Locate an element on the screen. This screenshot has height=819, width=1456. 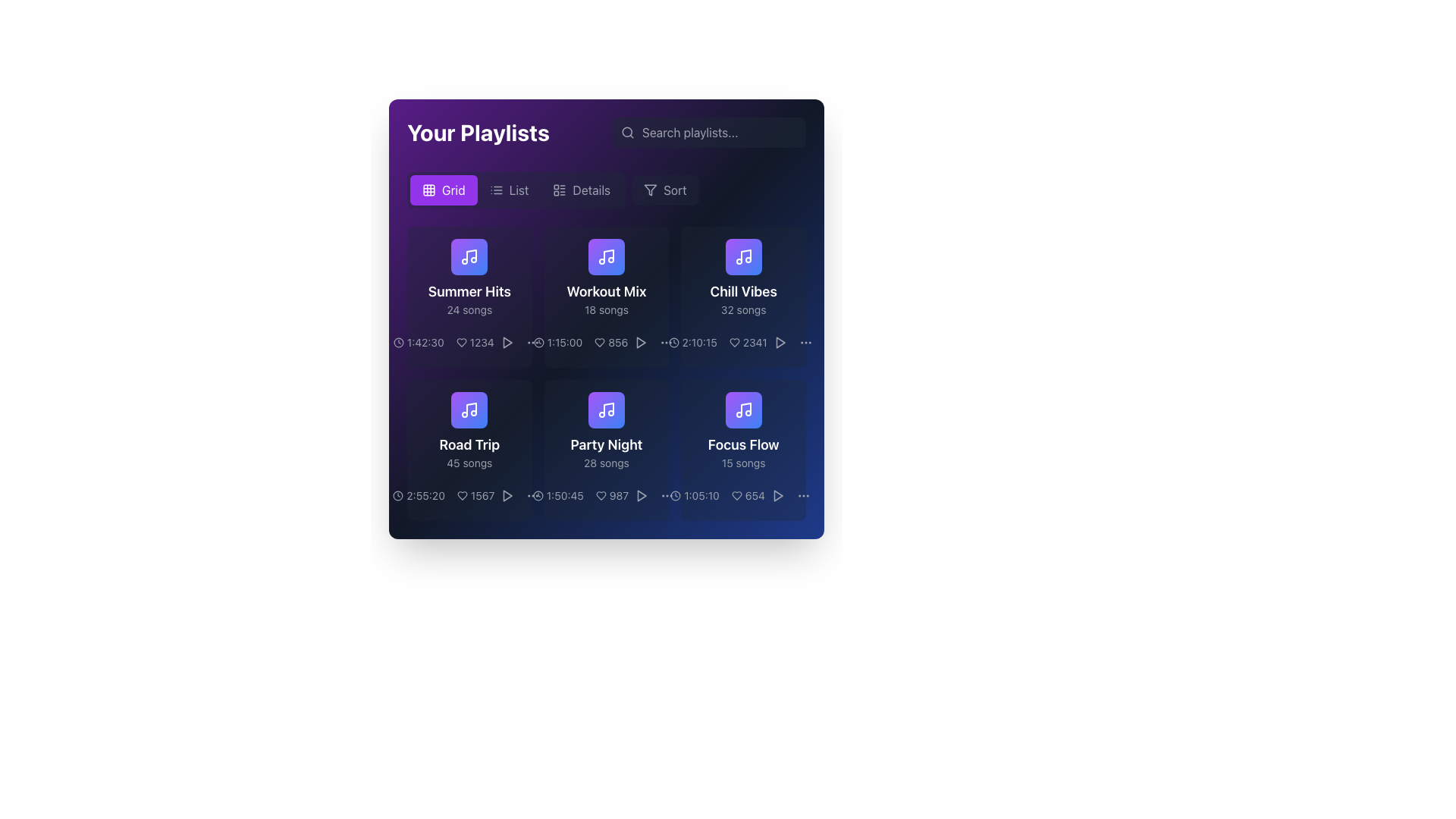
the circular button with a three-dots icon located in the 'Party Night' playlist section, at the bottom-right corner is located at coordinates (533, 496).